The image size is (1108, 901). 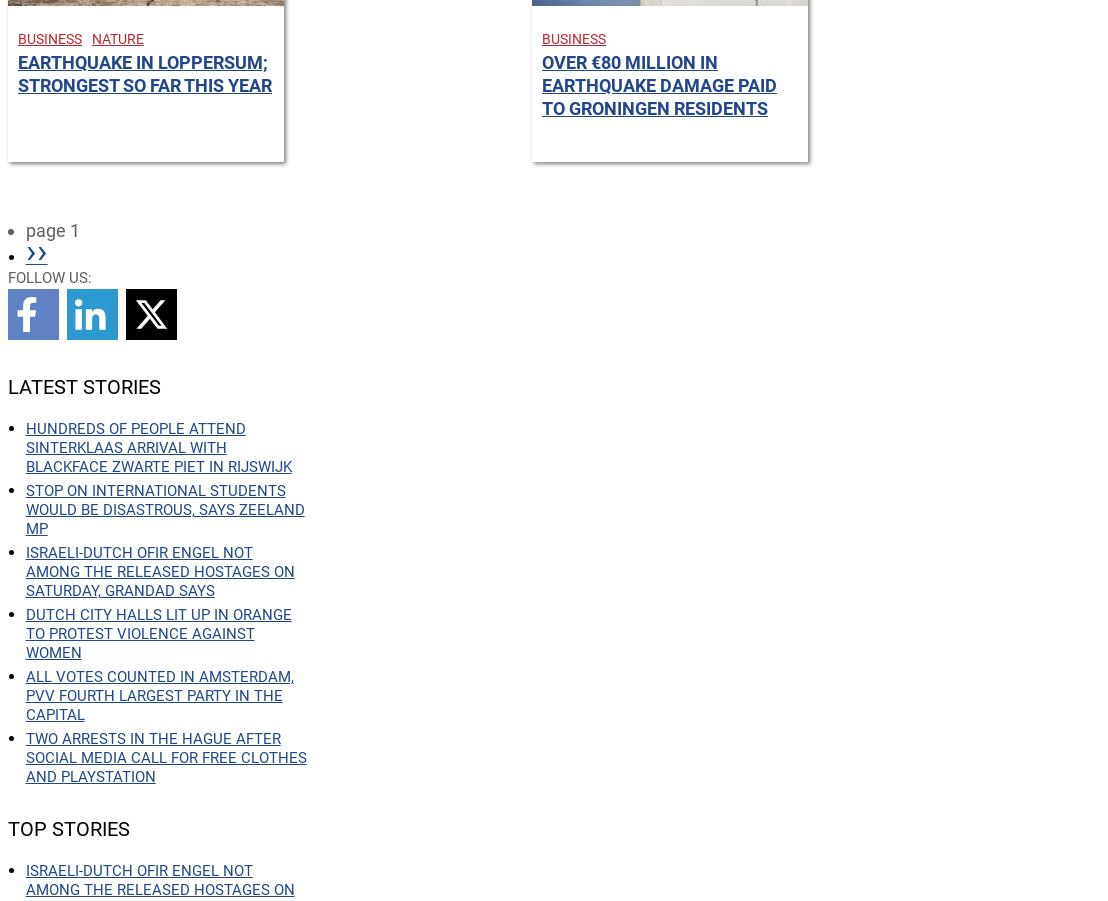 What do you see at coordinates (48, 277) in the screenshot?
I see `'Follow us:'` at bounding box center [48, 277].